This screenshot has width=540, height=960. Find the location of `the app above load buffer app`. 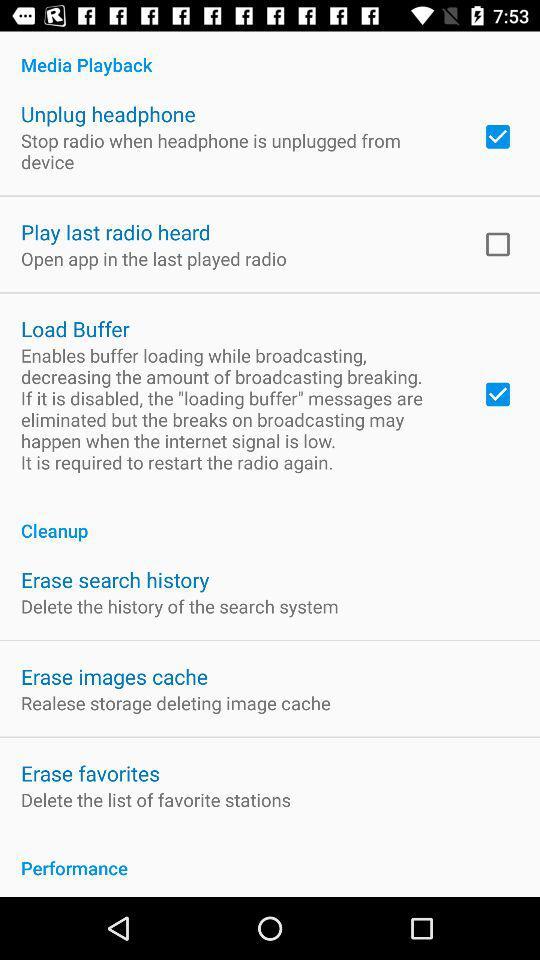

the app above load buffer app is located at coordinates (152, 257).